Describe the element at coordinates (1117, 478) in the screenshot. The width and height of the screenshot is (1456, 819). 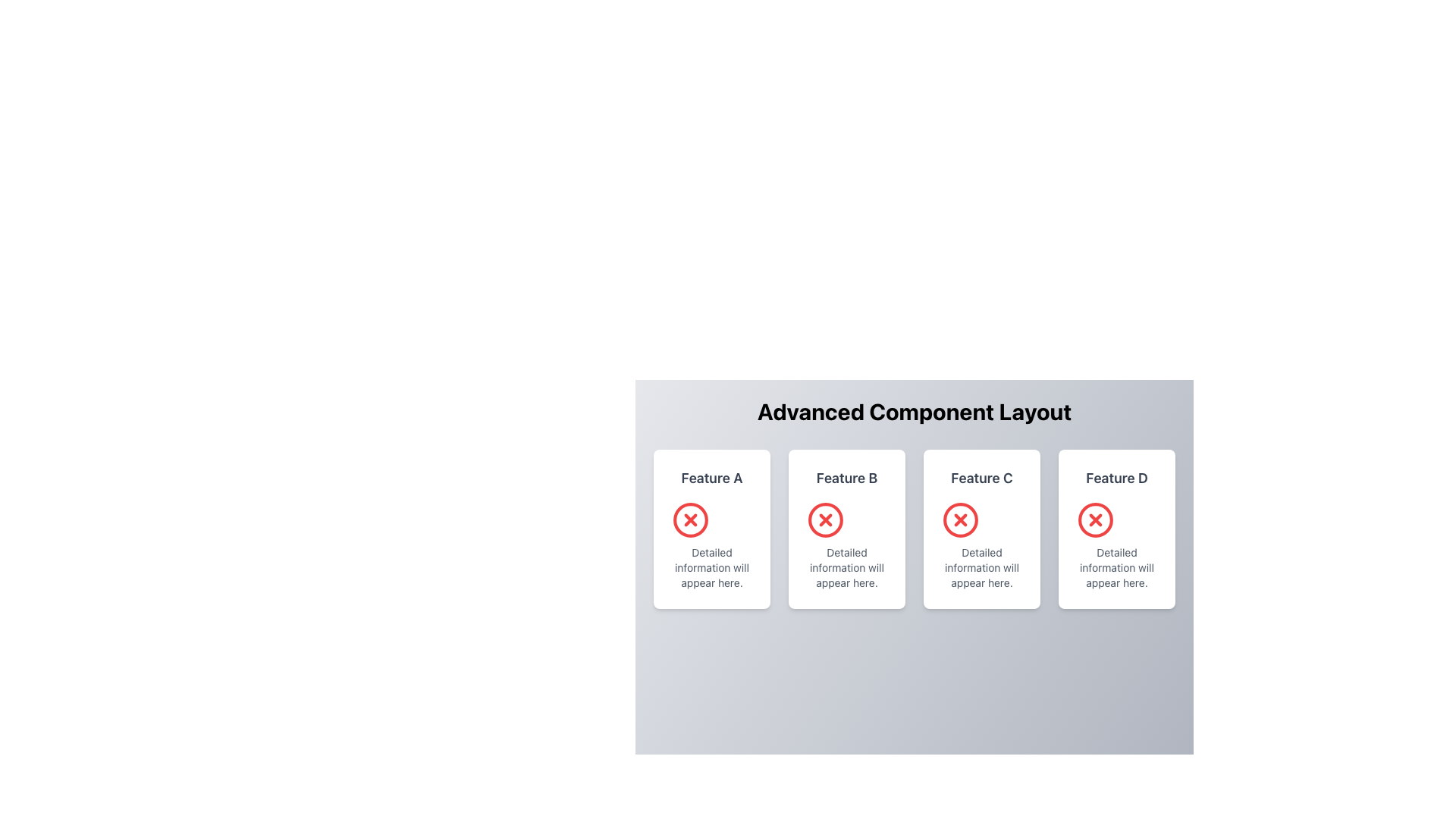
I see `text content of the 'Feature D' label, which is styled in bold and appears at the top of the fourth card in a horizontal layout under 'Advanced Component Layout'` at that location.